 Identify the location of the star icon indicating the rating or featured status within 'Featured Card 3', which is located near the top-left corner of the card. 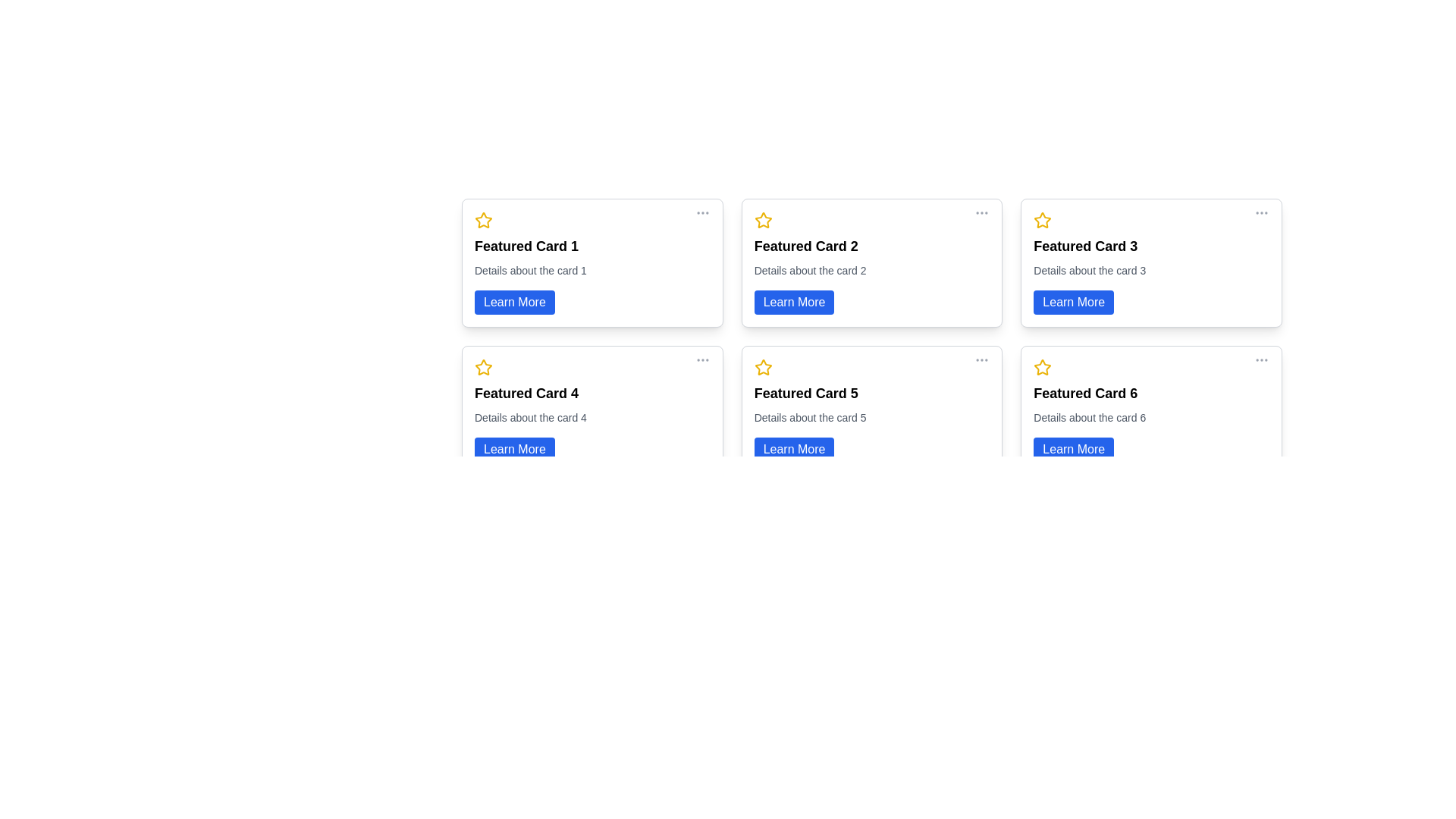
(1042, 220).